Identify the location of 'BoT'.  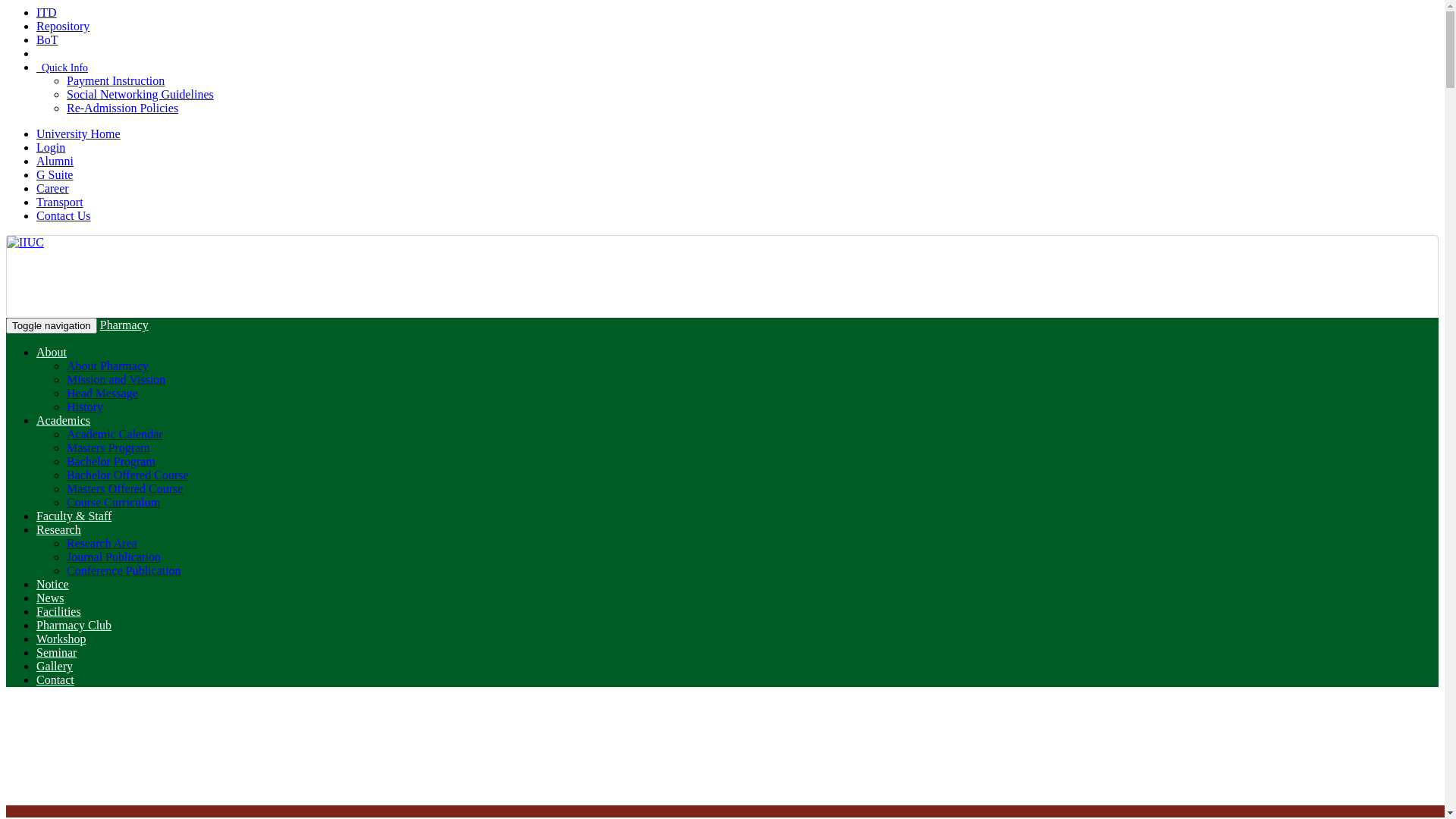
(47, 39).